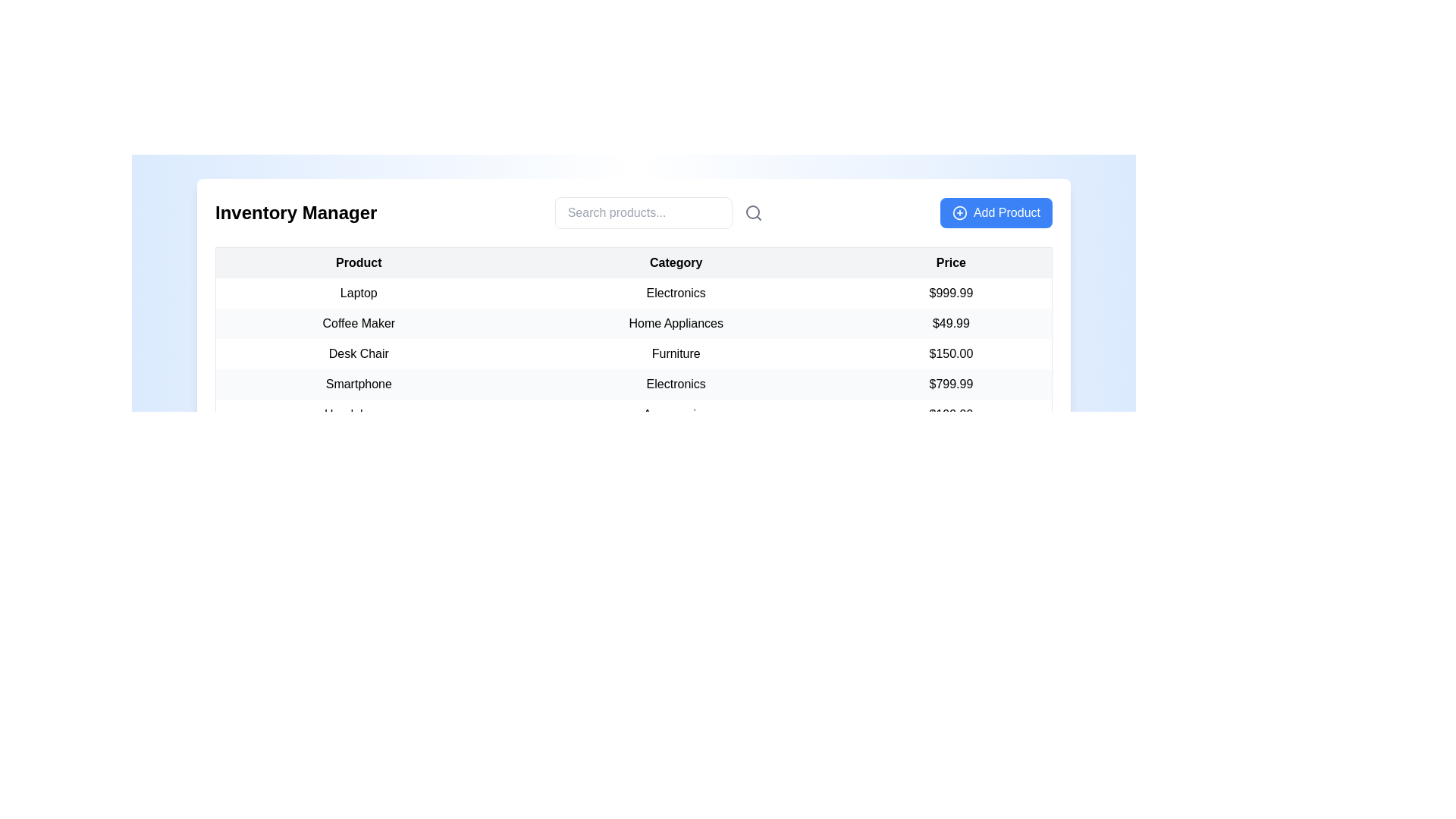  I want to click on the magnifying glass icon located to the immediate right of the 'Search products...' text input field to initiate a search, so click(753, 213).